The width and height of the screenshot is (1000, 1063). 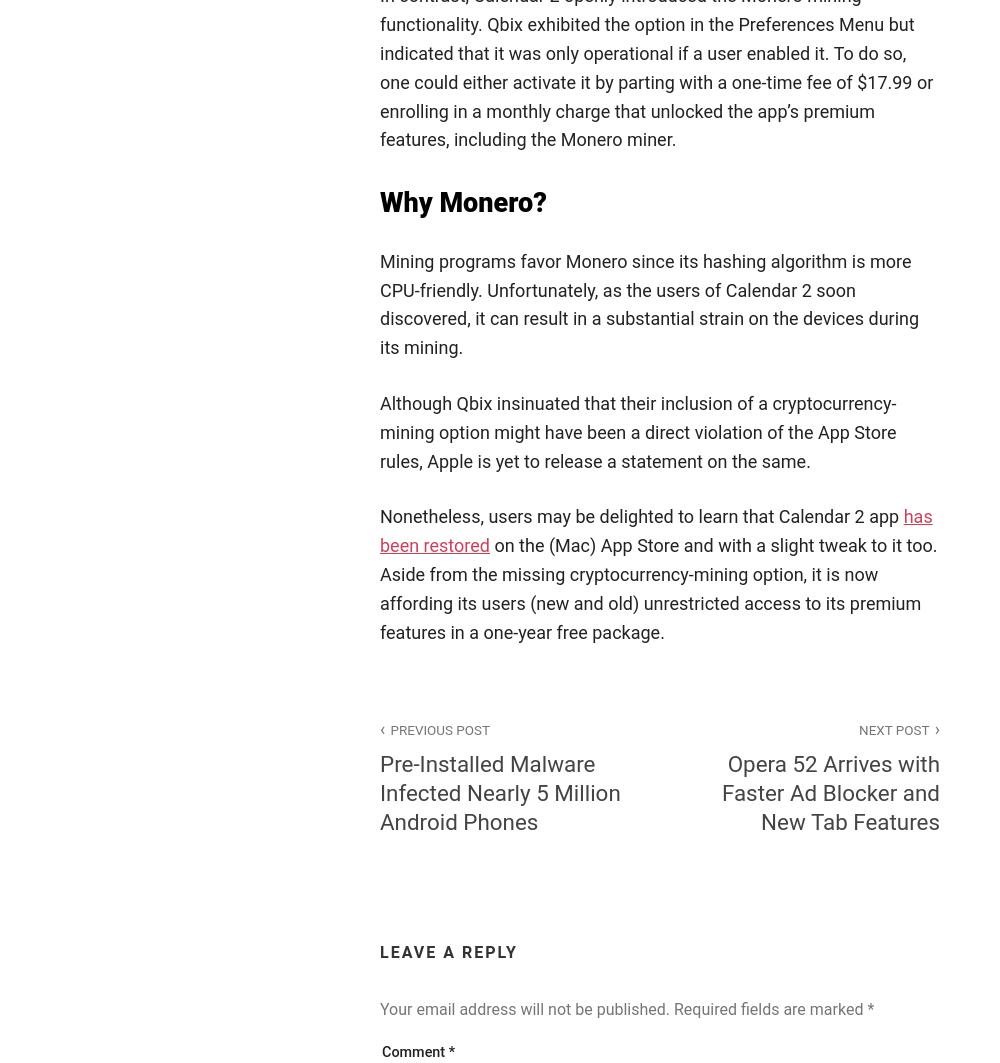 I want to click on 'Although Qbix insinuated that their inclusion of a cryptocurrency-mining option might have been a direct violation of the App Store rules, Apple is yet to release a statement on the same.', so click(x=638, y=431).